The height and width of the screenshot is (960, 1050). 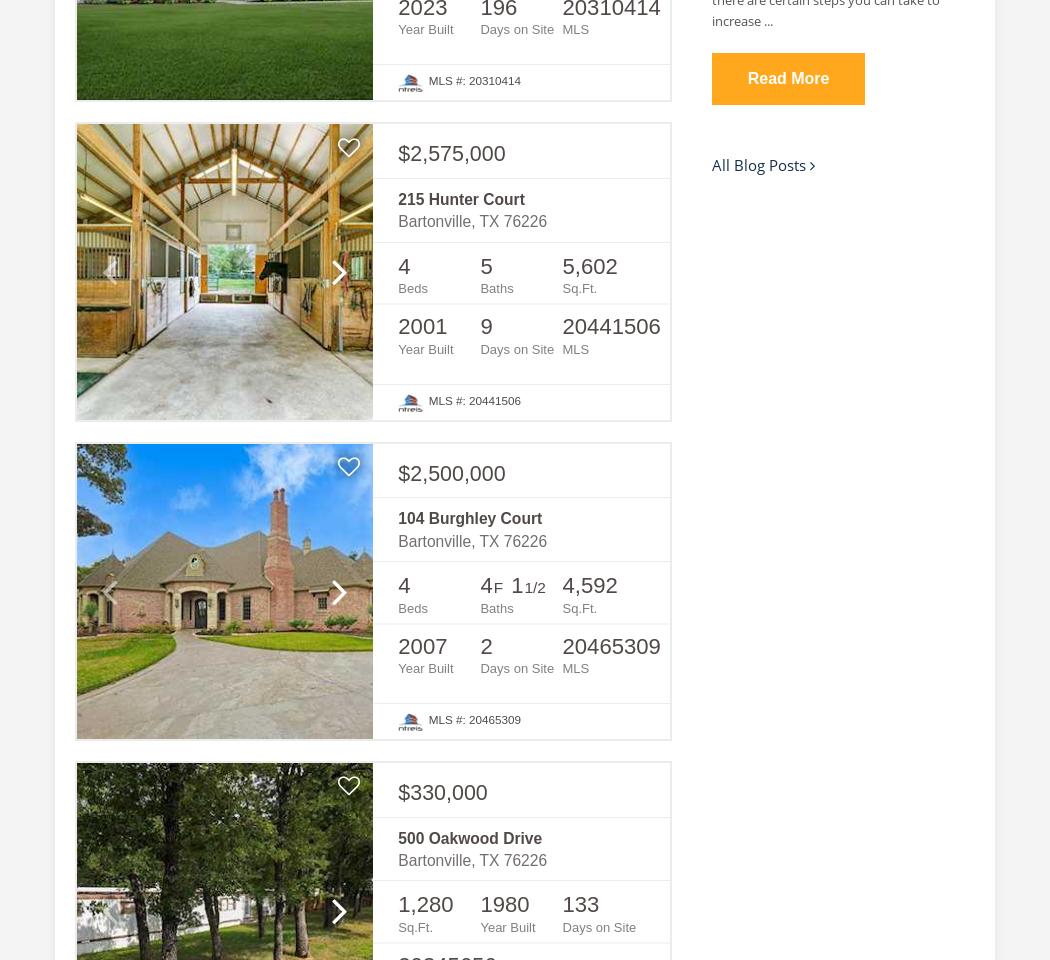 What do you see at coordinates (497, 586) in the screenshot?
I see `'F'` at bounding box center [497, 586].